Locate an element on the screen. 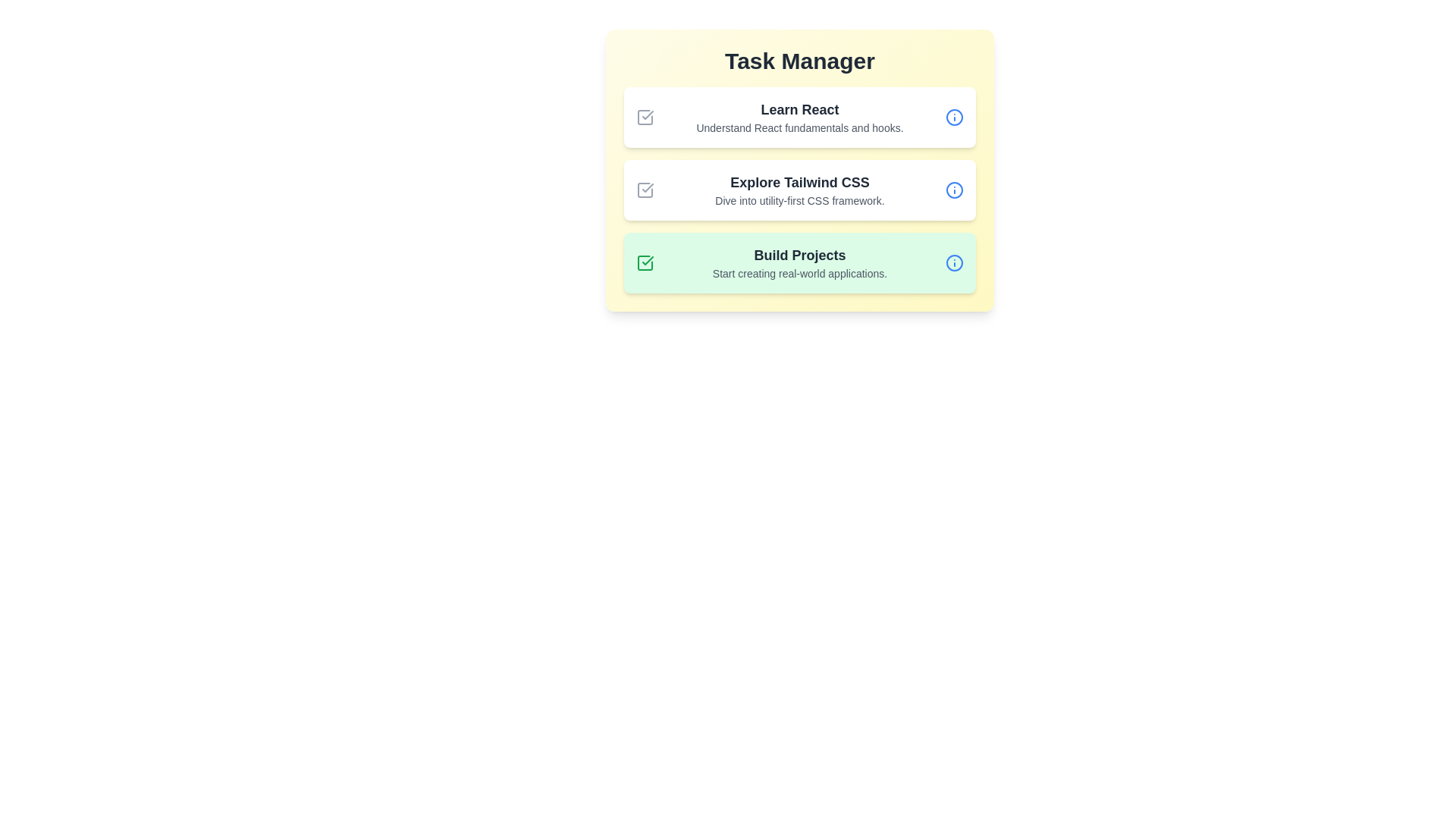  the title of the task Learn React to focus on it is located at coordinates (799, 109).